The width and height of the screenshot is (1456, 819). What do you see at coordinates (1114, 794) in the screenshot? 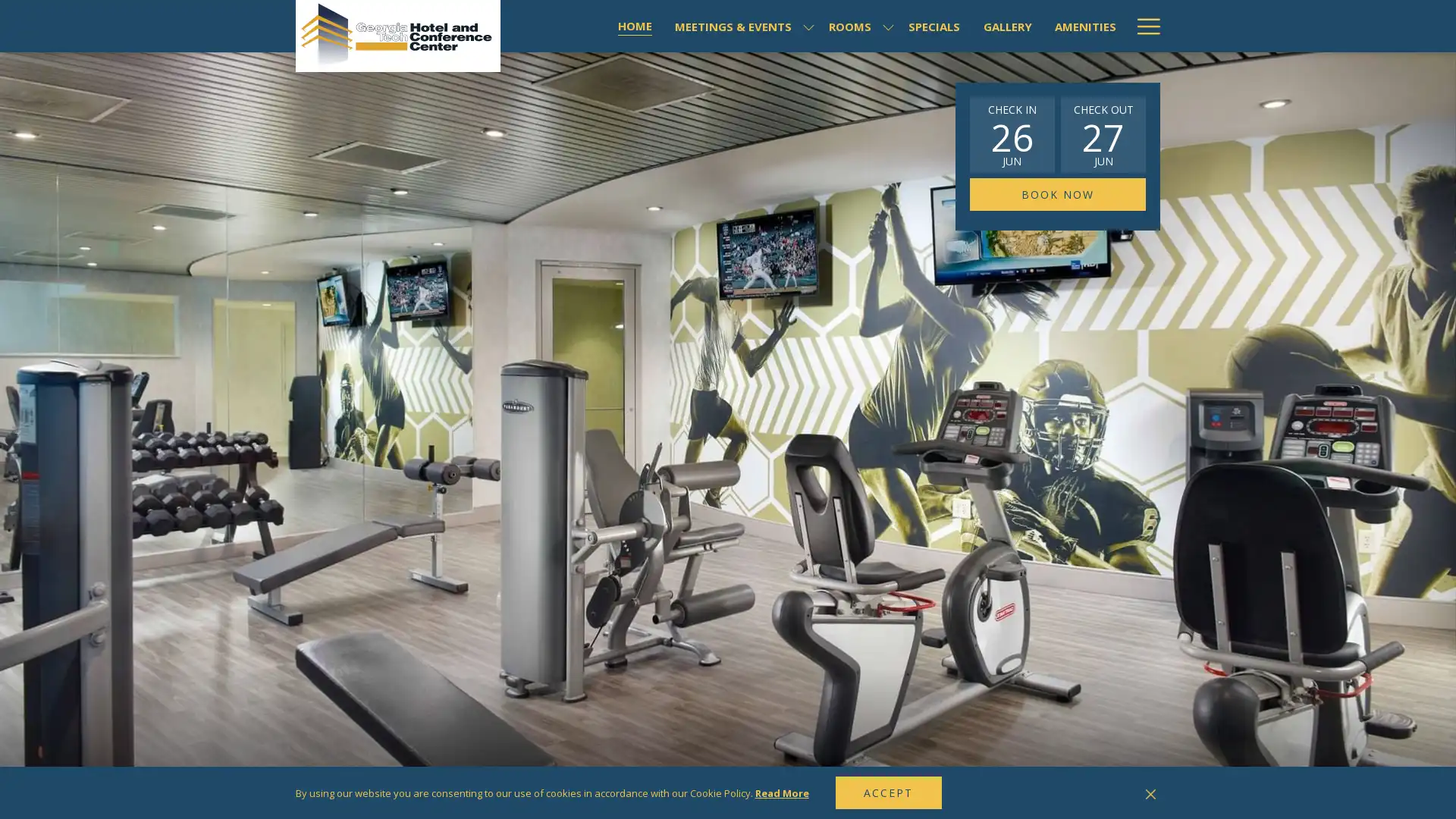
I see `Go to previous slideshow element` at bounding box center [1114, 794].